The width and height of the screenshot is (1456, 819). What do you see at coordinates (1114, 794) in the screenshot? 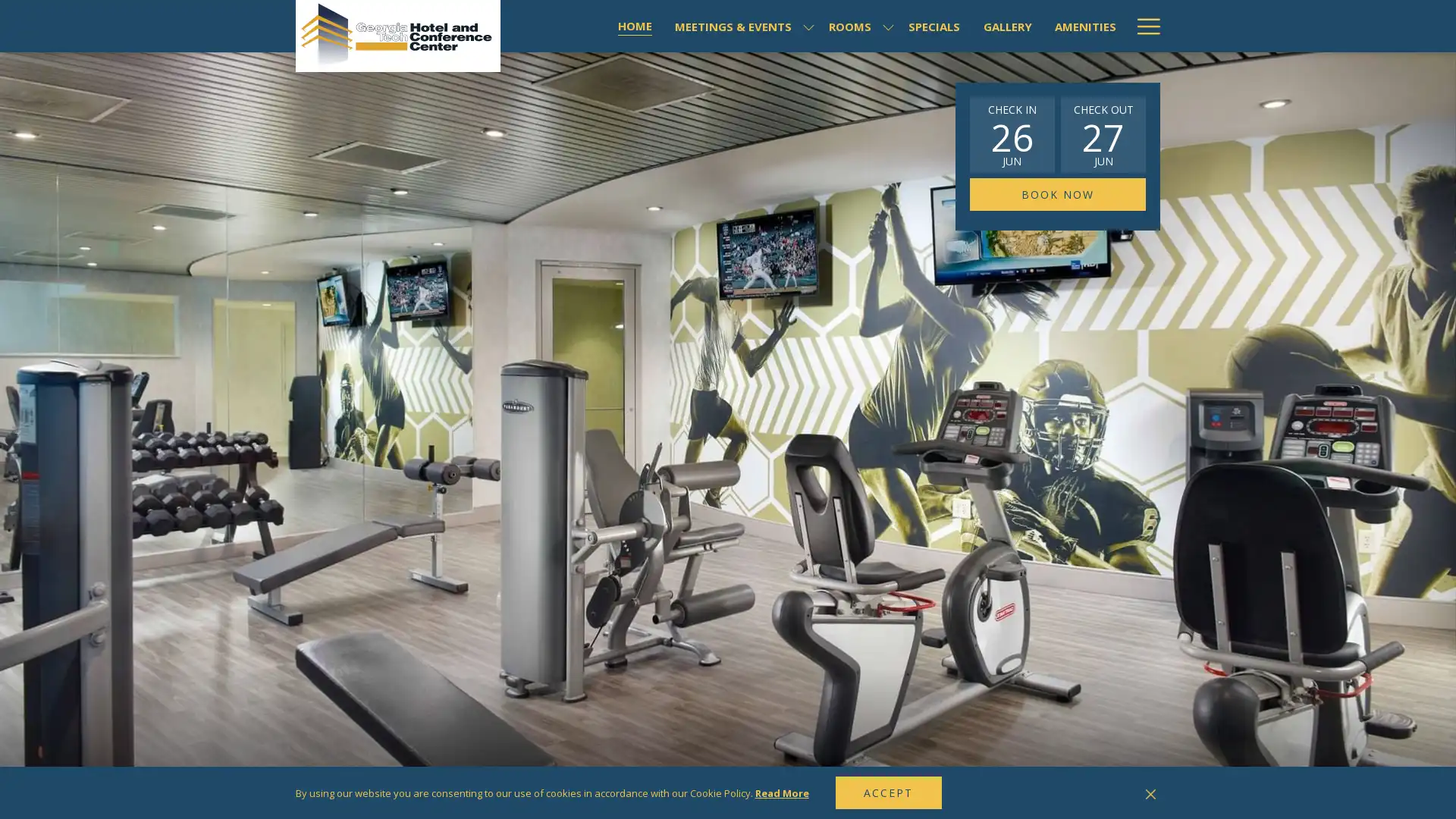
I see `Go to previous slideshow element` at bounding box center [1114, 794].